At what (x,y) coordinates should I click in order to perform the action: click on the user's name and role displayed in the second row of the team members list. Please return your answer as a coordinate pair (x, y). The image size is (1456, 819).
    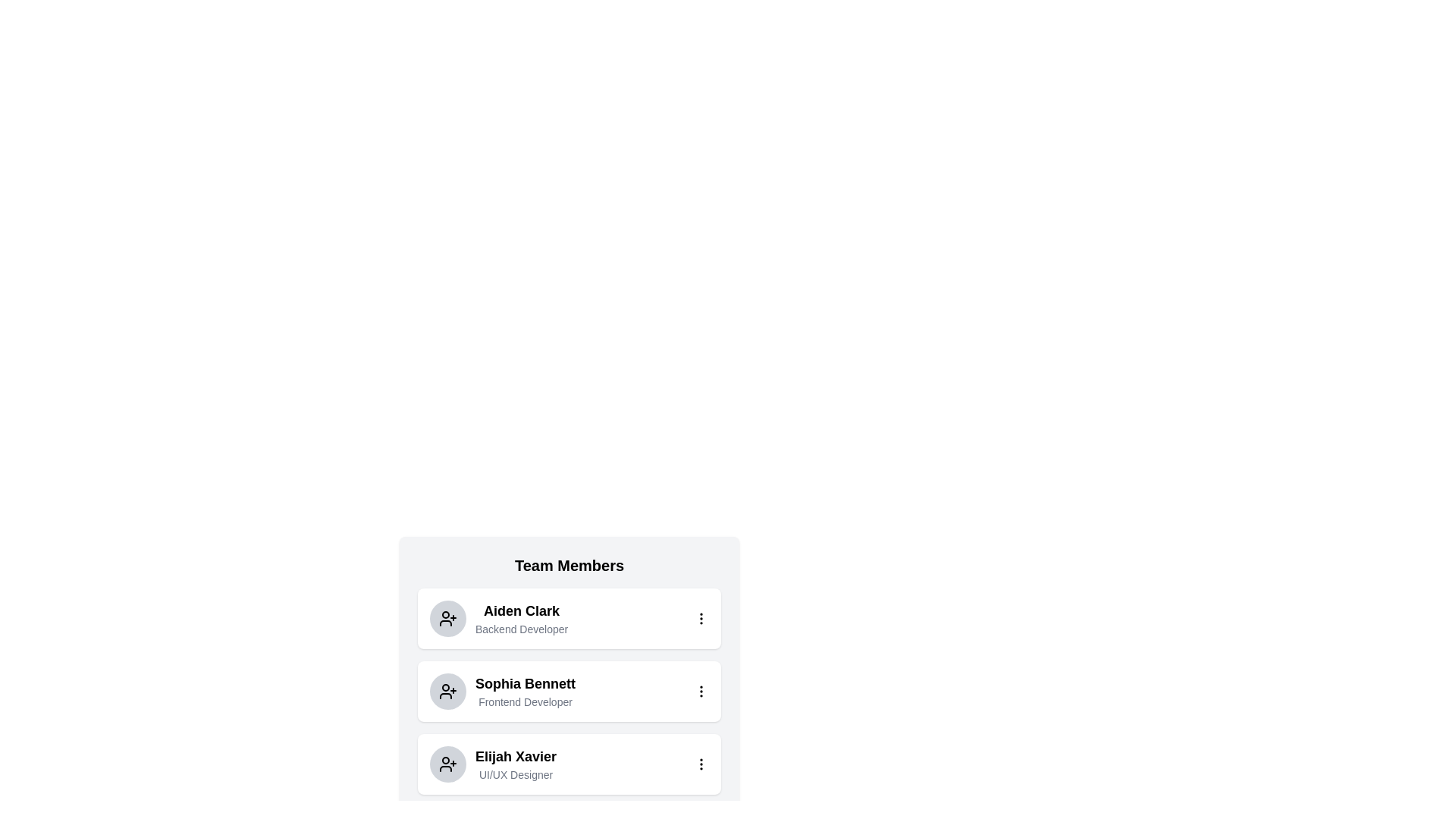
    Looking at the image, I should click on (502, 691).